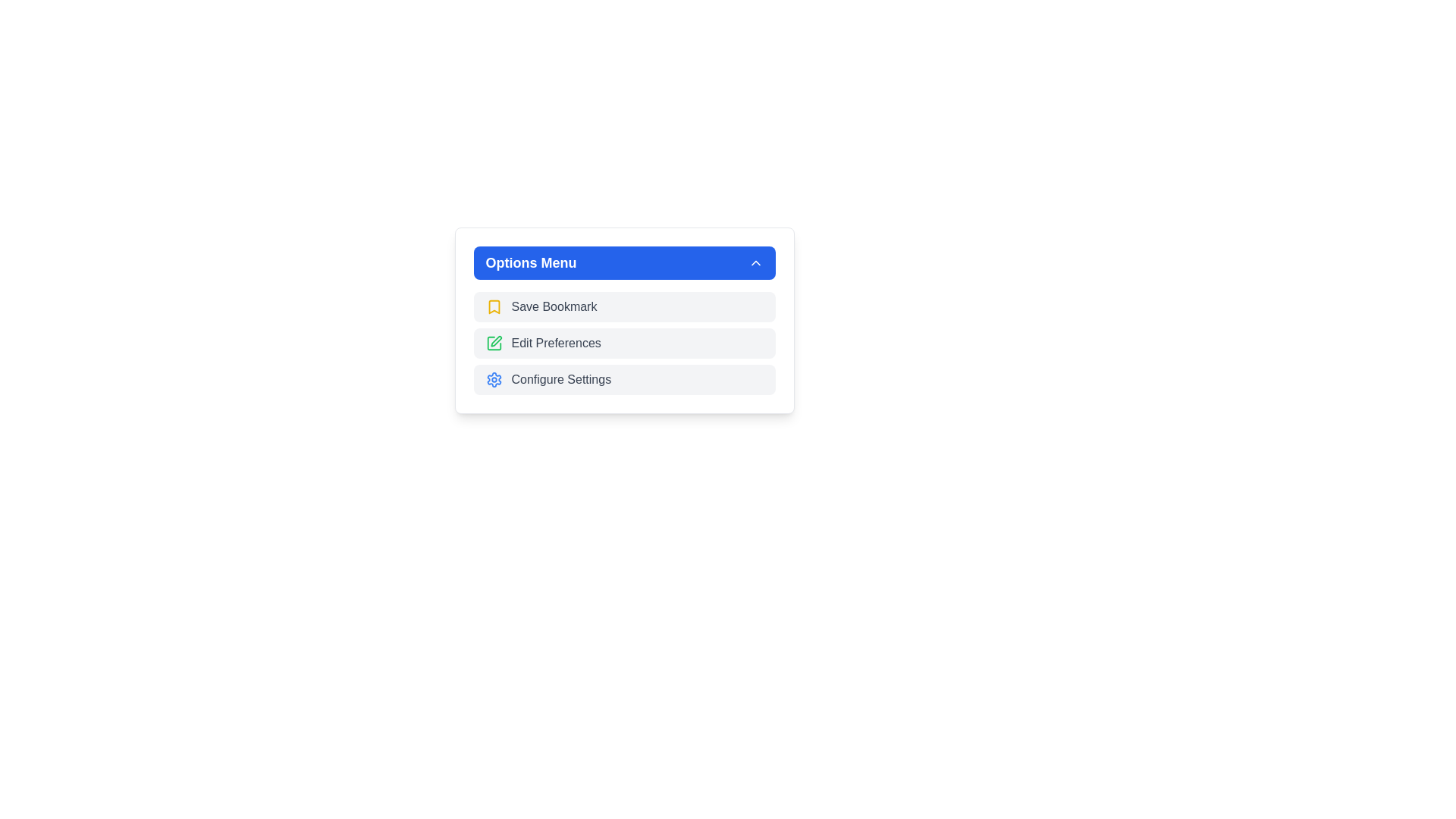  I want to click on the 'Edit Preferences' icon in the 'Options Menu', which is located in the second row next to the text 'Edit Preferences', so click(494, 343).